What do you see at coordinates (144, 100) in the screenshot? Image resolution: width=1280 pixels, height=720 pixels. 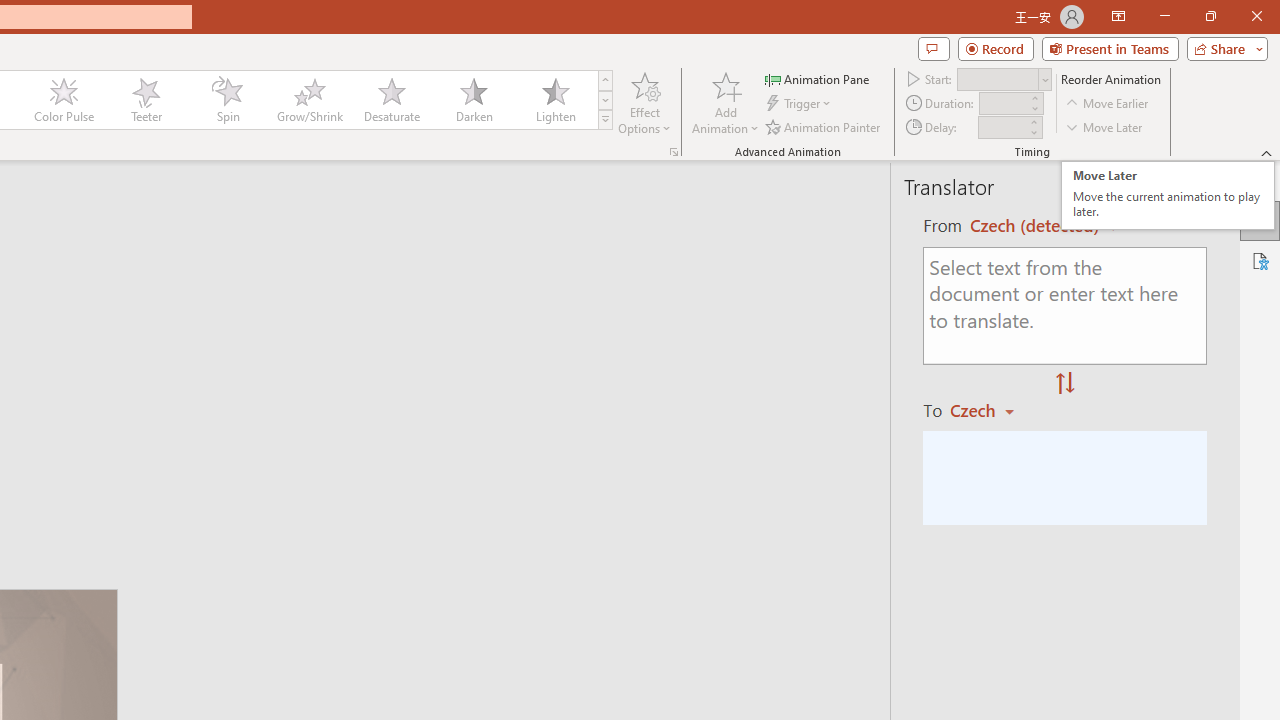 I see `'Teeter'` at bounding box center [144, 100].